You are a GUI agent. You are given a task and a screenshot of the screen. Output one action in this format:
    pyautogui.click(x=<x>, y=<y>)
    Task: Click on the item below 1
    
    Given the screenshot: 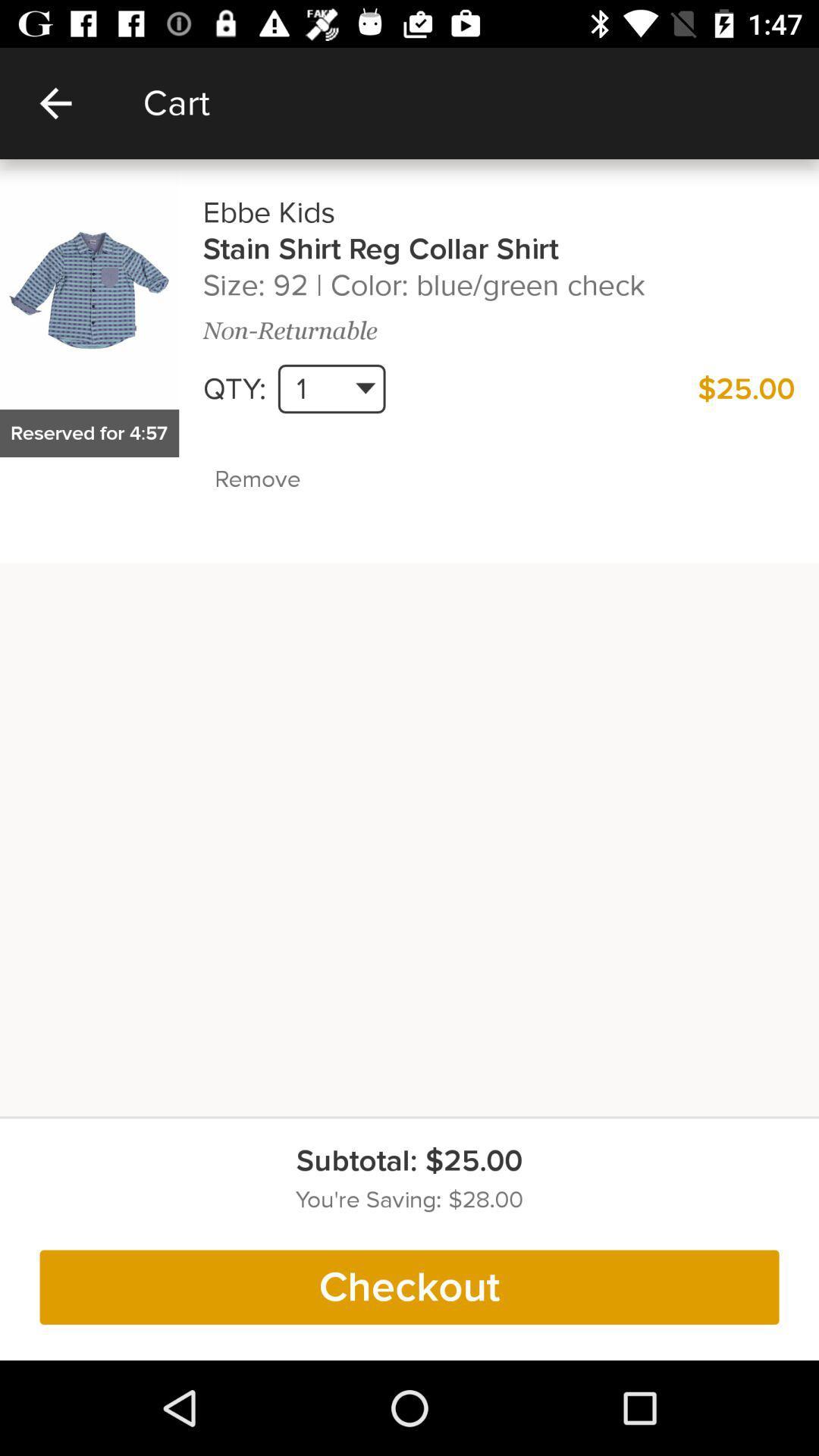 What is the action you would take?
    pyautogui.click(x=290, y=479)
    